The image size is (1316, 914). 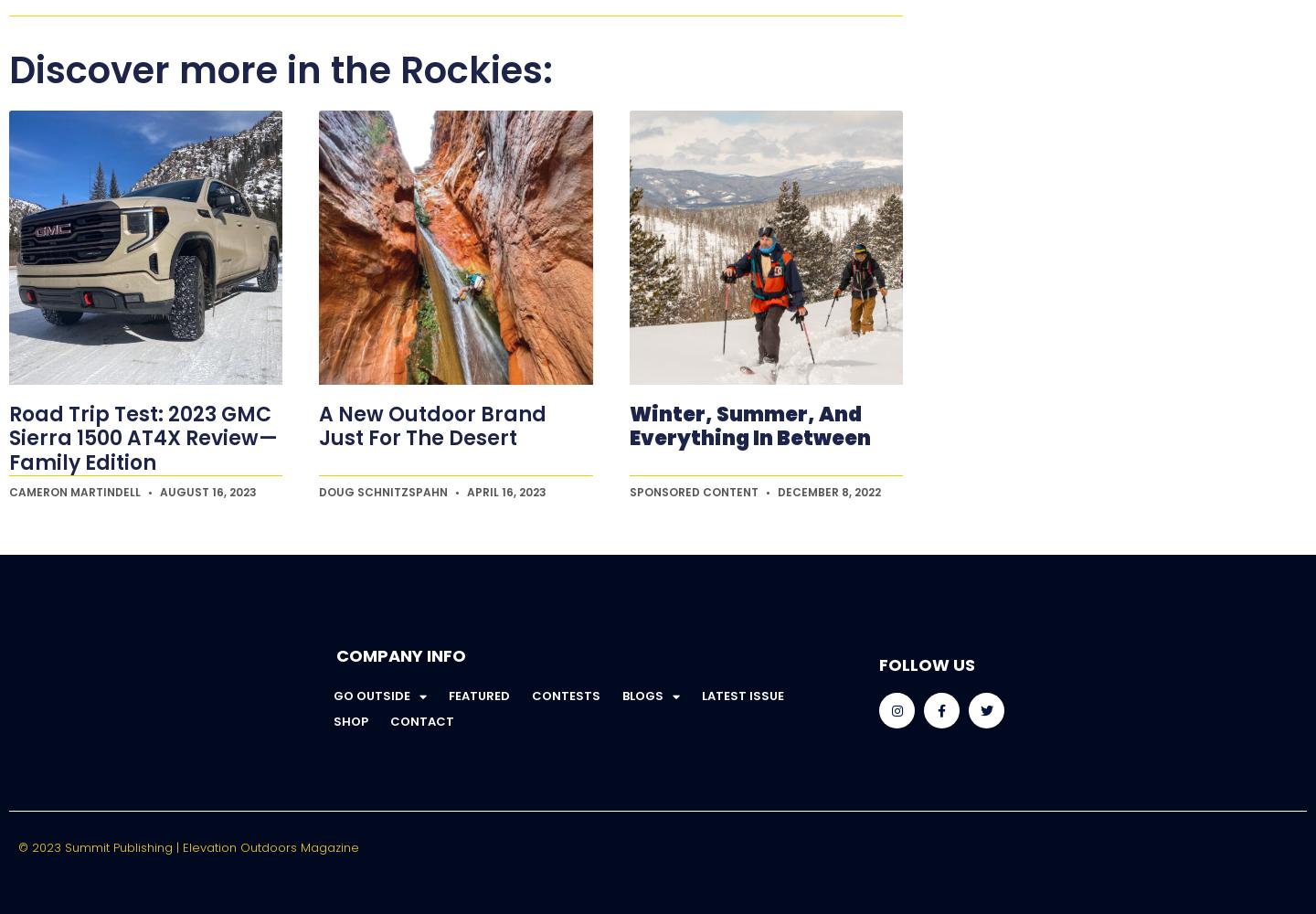 I want to click on 'Shop', so click(x=349, y=720).